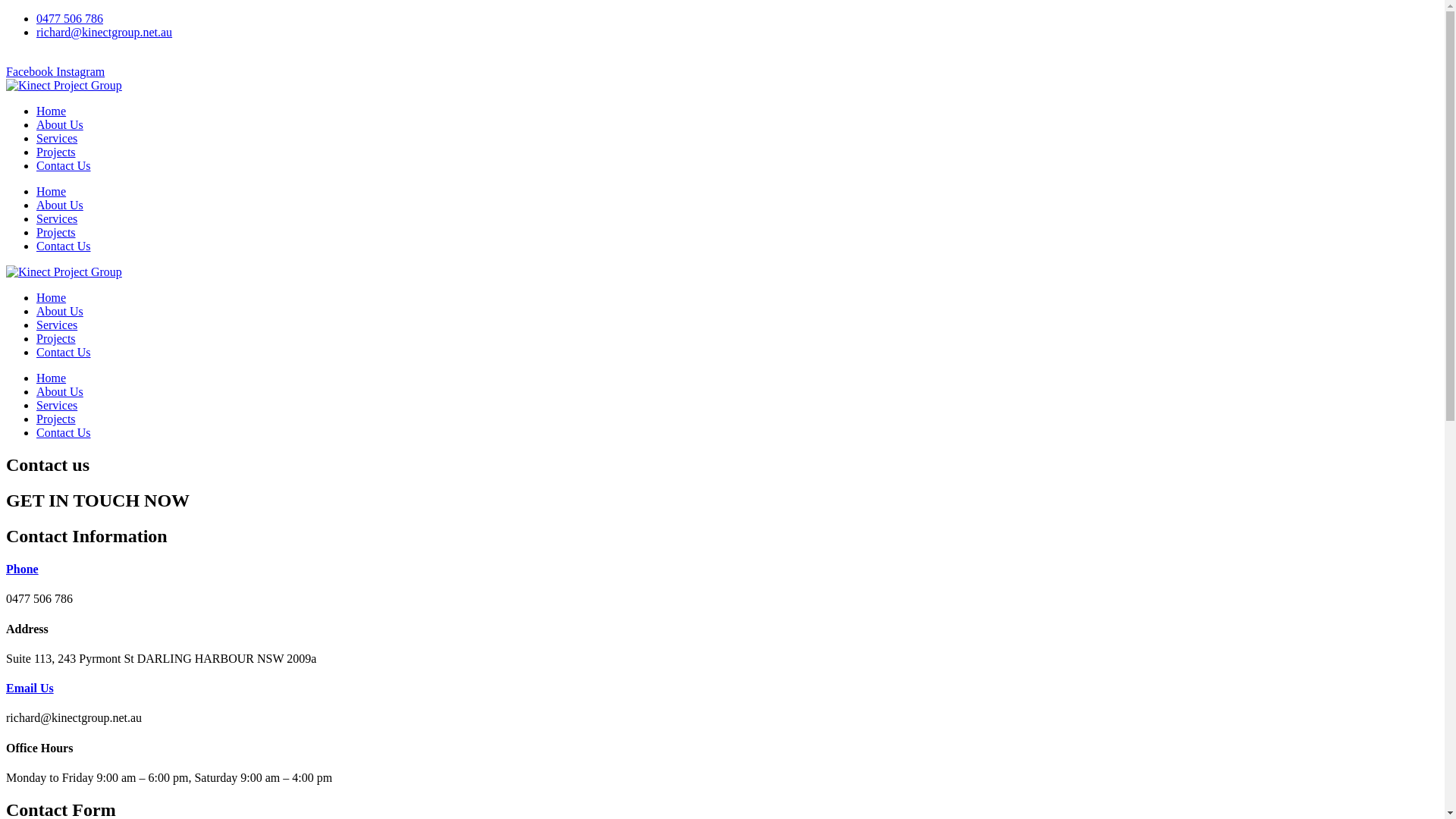 This screenshot has width=1456, height=819. Describe the element at coordinates (55, 152) in the screenshot. I see `'Projects'` at that location.